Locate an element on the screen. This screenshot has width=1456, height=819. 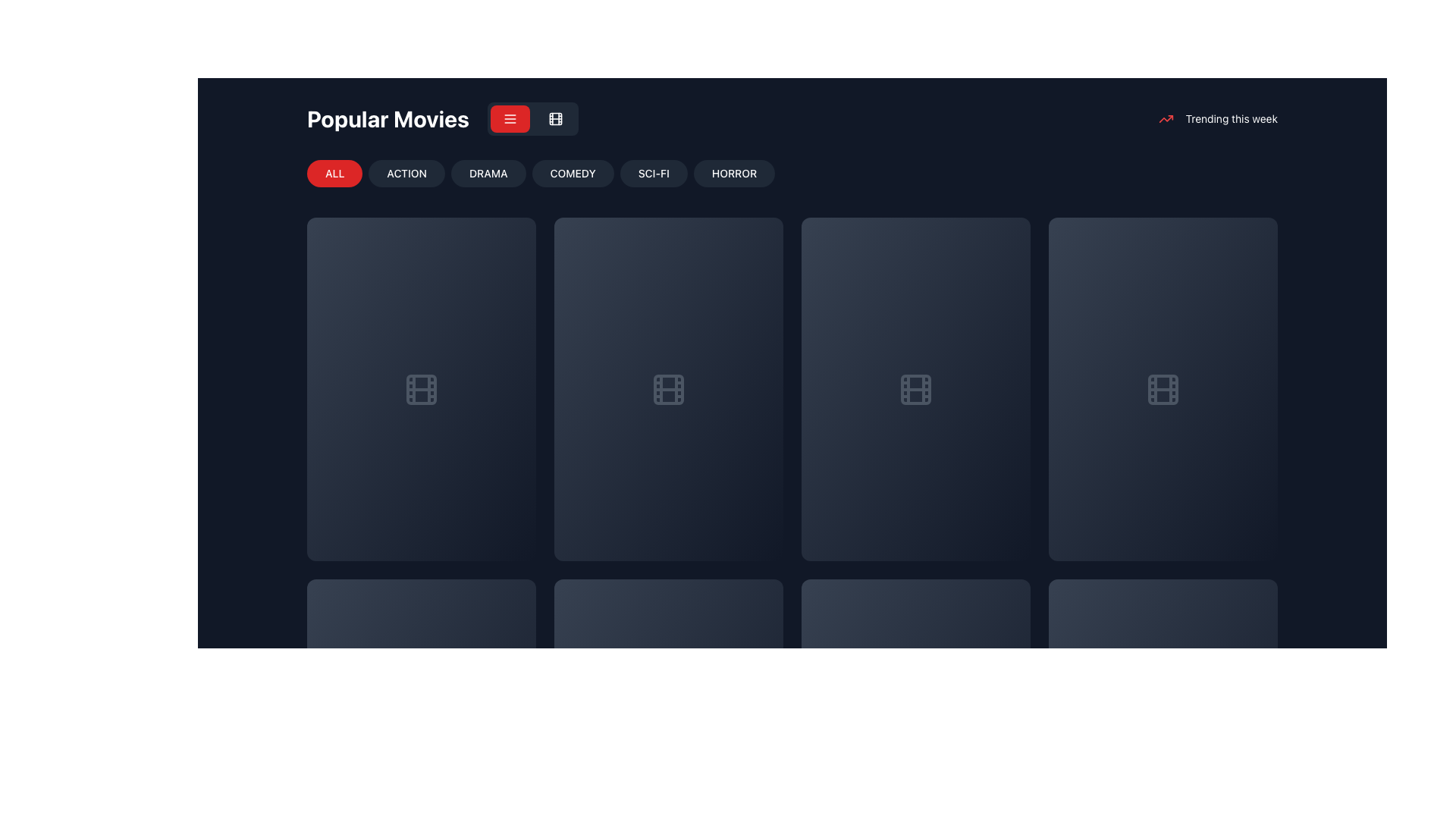
the trend analytics icon located in the top-right corner of the interface, preceding the 'Trending this week' text is located at coordinates (1165, 118).